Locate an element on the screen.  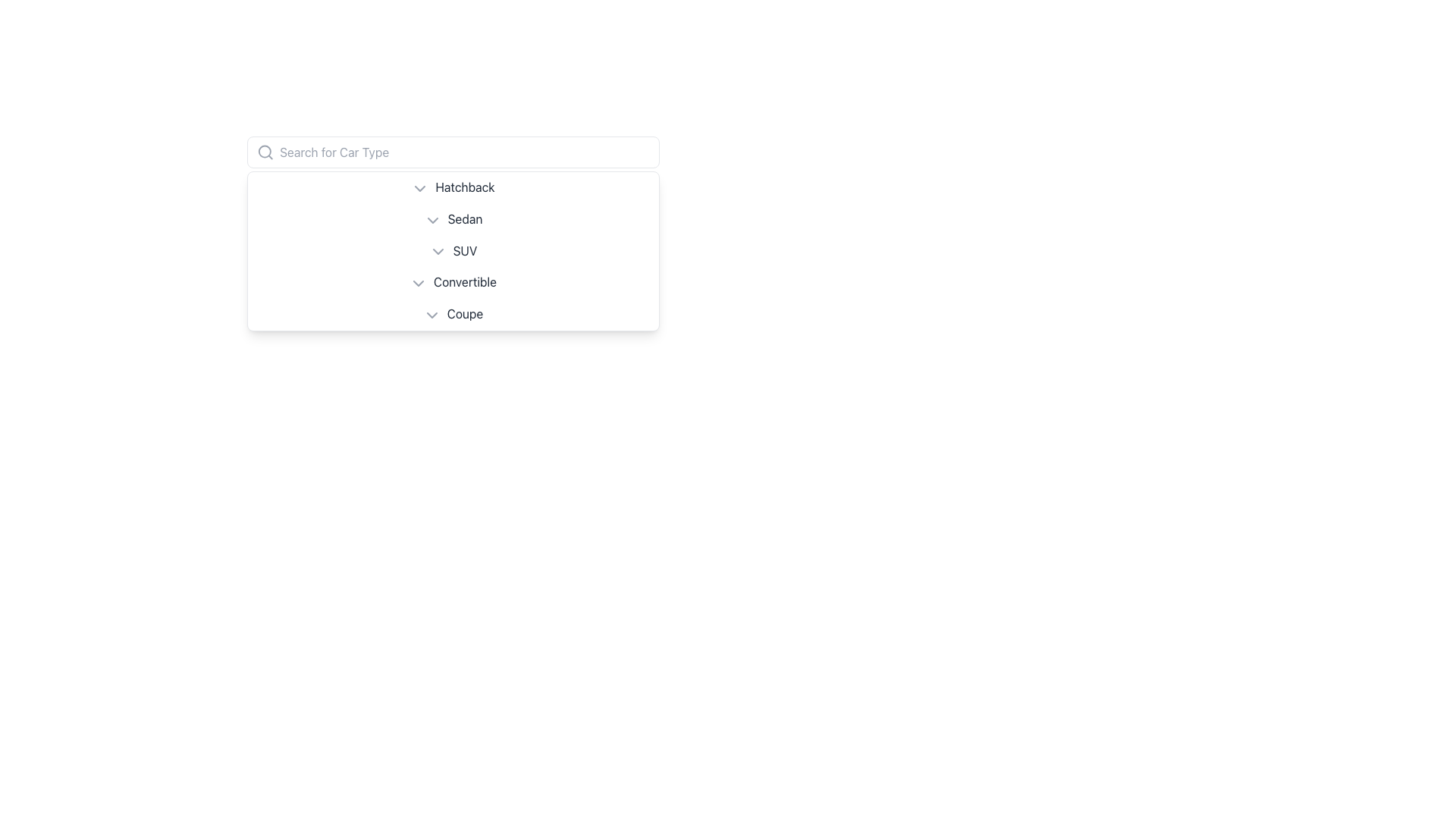
the 'Coupe' menu item, which is the last option in the dropdown menu and features a hover effect that changes the background to blue and the text to white is located at coordinates (452, 314).